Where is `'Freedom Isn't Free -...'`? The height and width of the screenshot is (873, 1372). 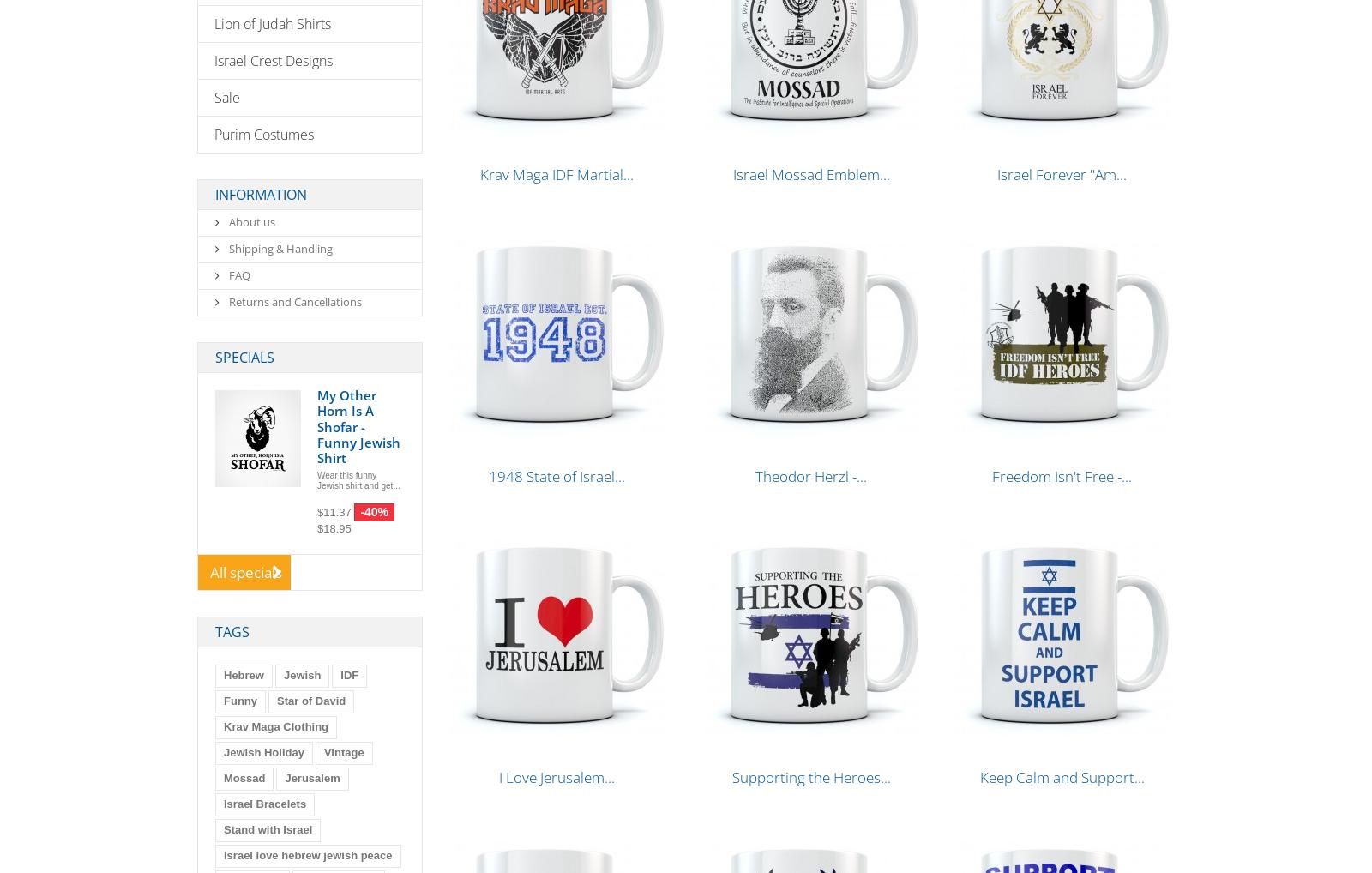 'Freedom Isn't Free -...' is located at coordinates (1061, 474).